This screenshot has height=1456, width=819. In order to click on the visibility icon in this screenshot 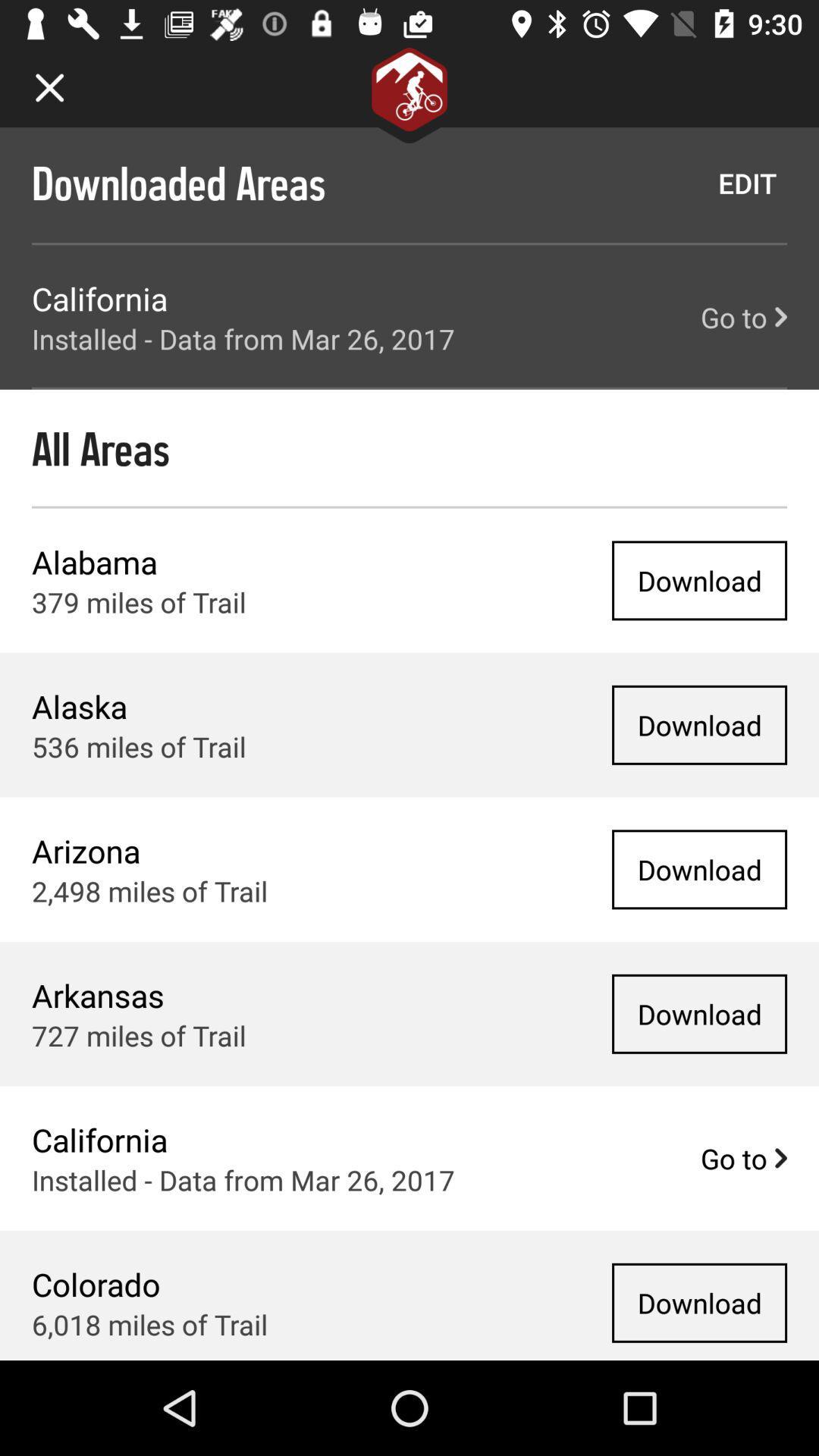, I will do `click(765, 288)`.